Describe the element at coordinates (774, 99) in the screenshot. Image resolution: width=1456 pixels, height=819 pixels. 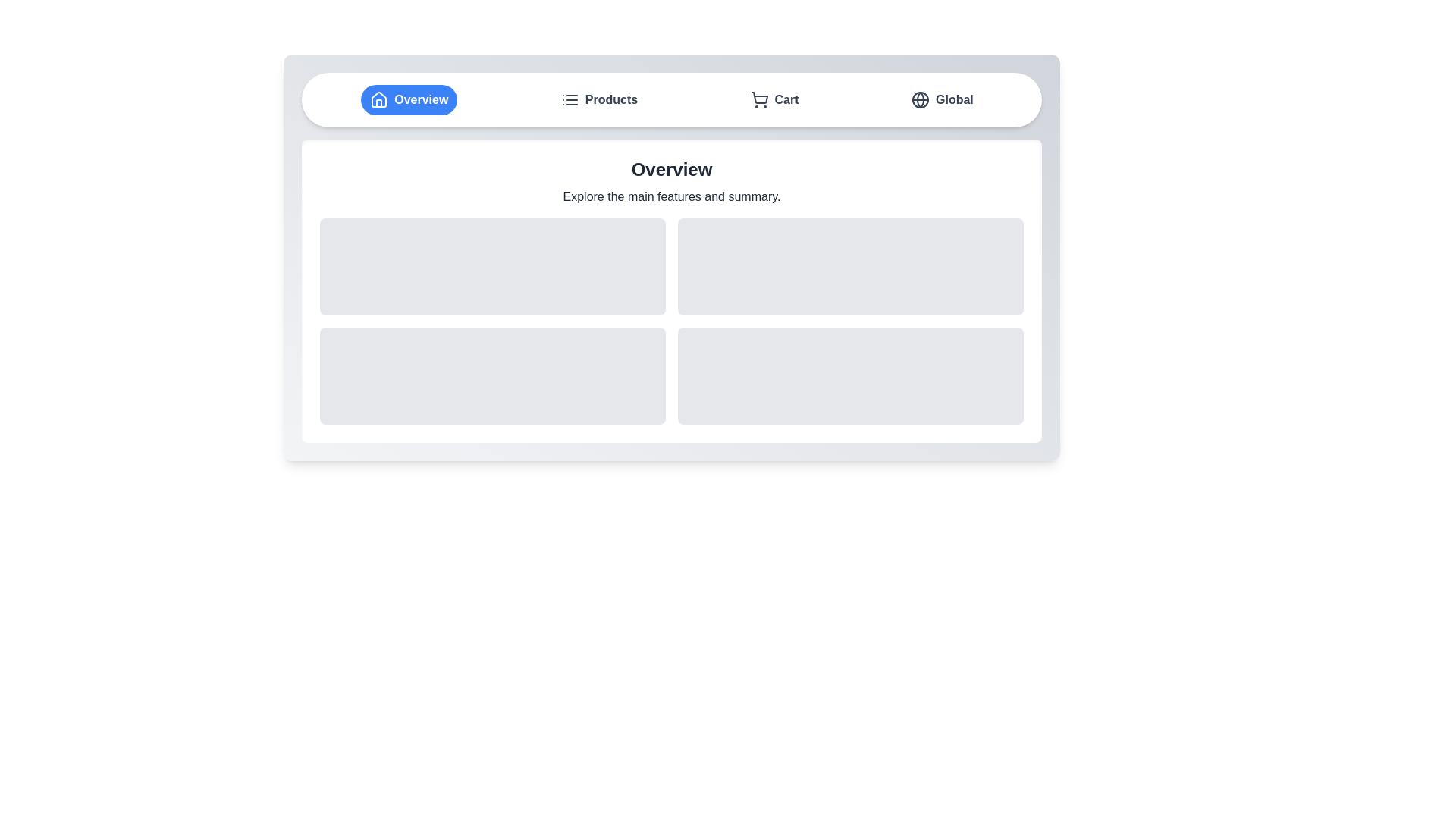
I see `the Cart tab to observe visual feedback` at that location.